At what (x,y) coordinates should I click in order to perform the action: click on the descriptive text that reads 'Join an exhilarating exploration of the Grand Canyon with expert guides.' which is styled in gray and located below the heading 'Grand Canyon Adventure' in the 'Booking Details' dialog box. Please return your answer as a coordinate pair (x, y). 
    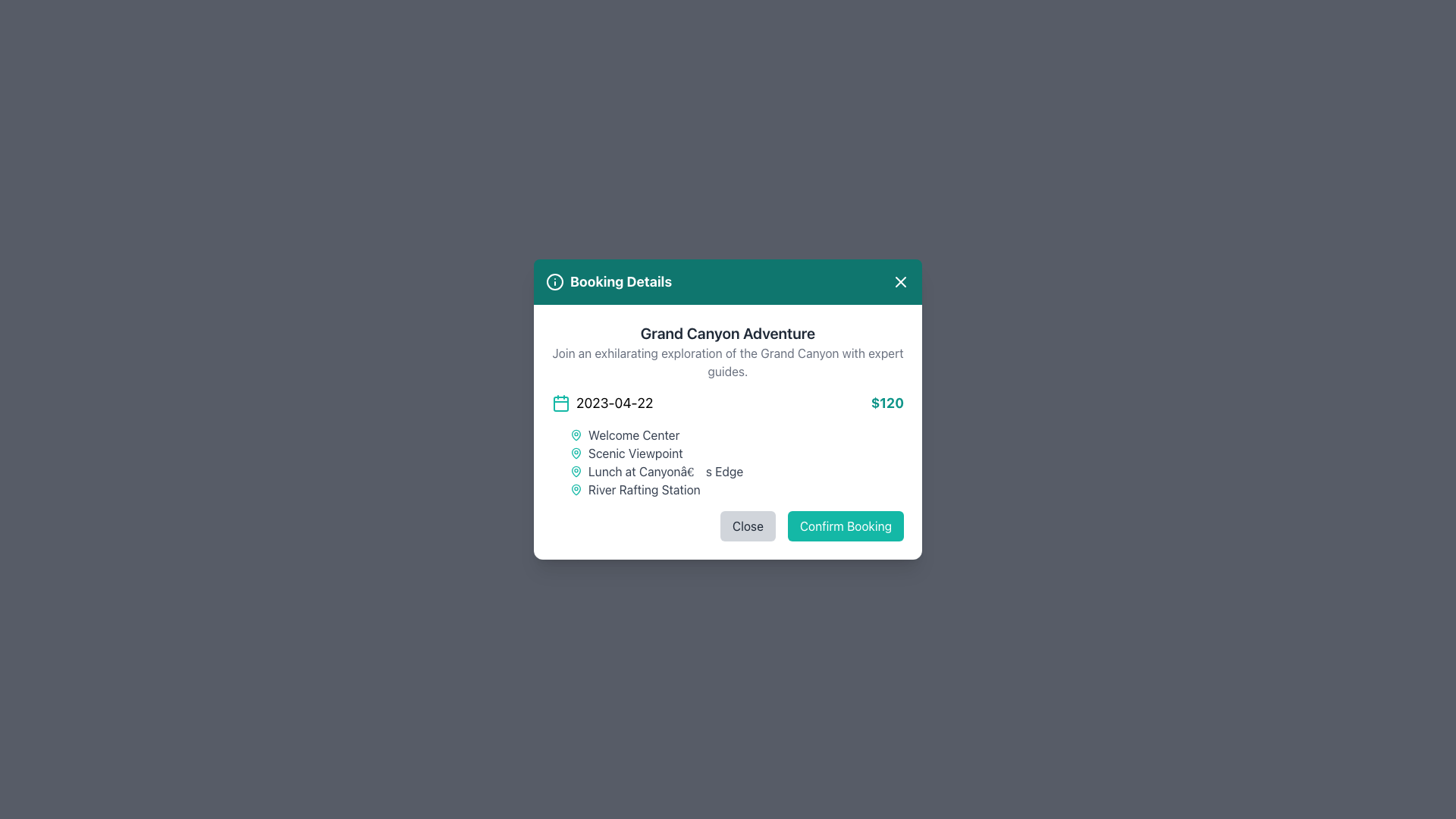
    Looking at the image, I should click on (728, 362).